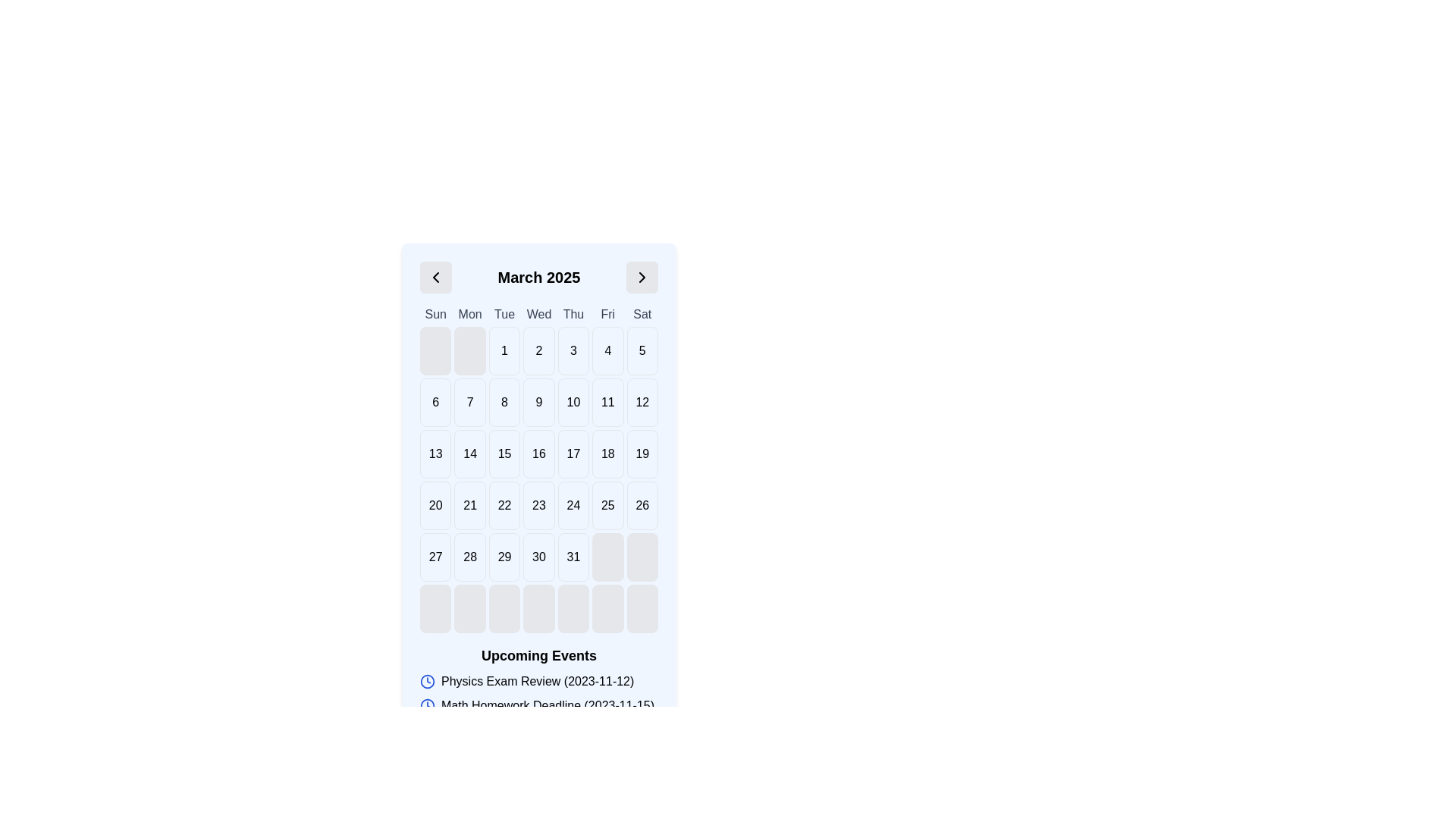 This screenshot has width=1456, height=819. What do you see at coordinates (607, 453) in the screenshot?
I see `the calendar date cell representing the 18th day` at bounding box center [607, 453].